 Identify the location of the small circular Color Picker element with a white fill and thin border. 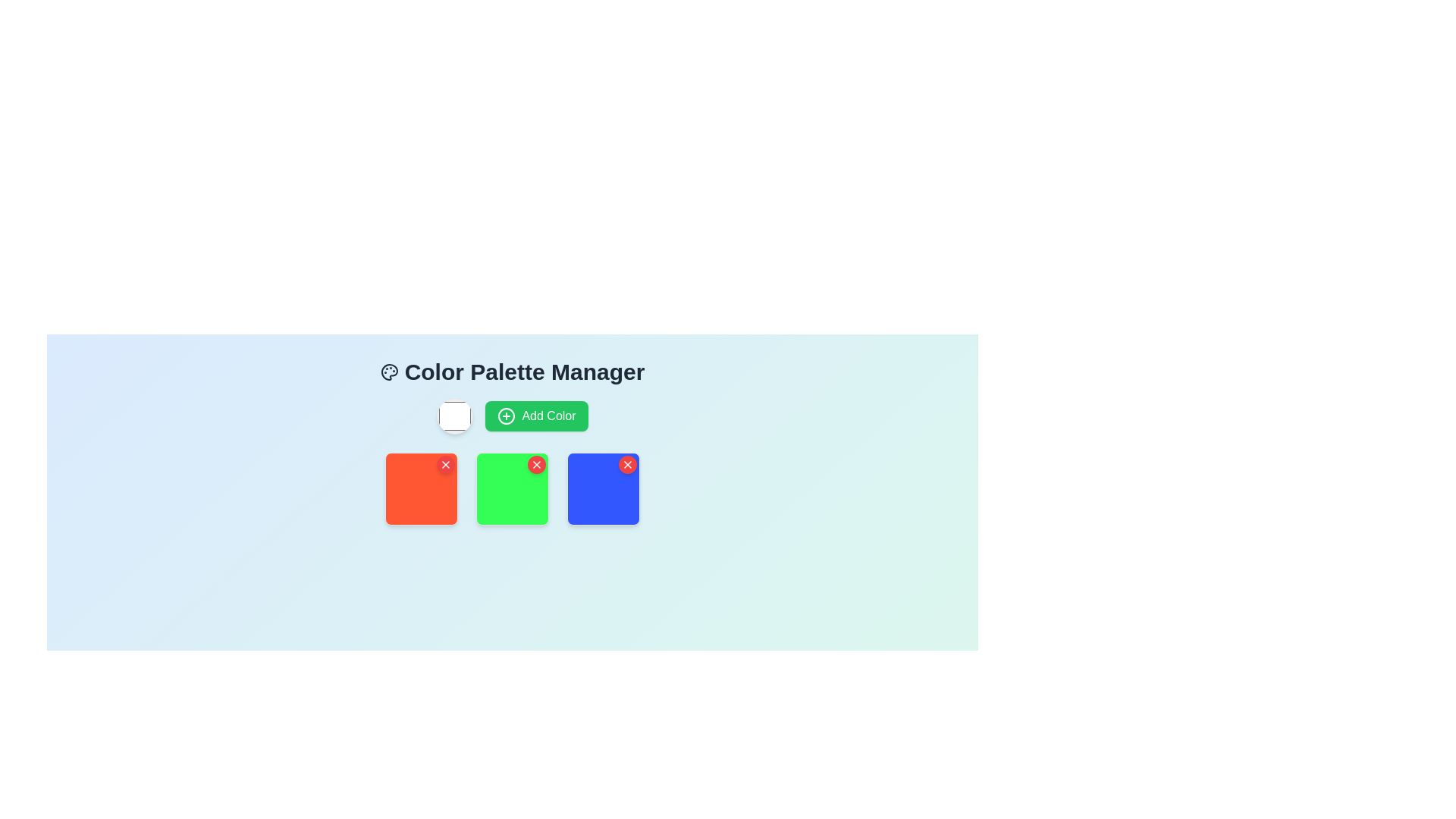
(454, 416).